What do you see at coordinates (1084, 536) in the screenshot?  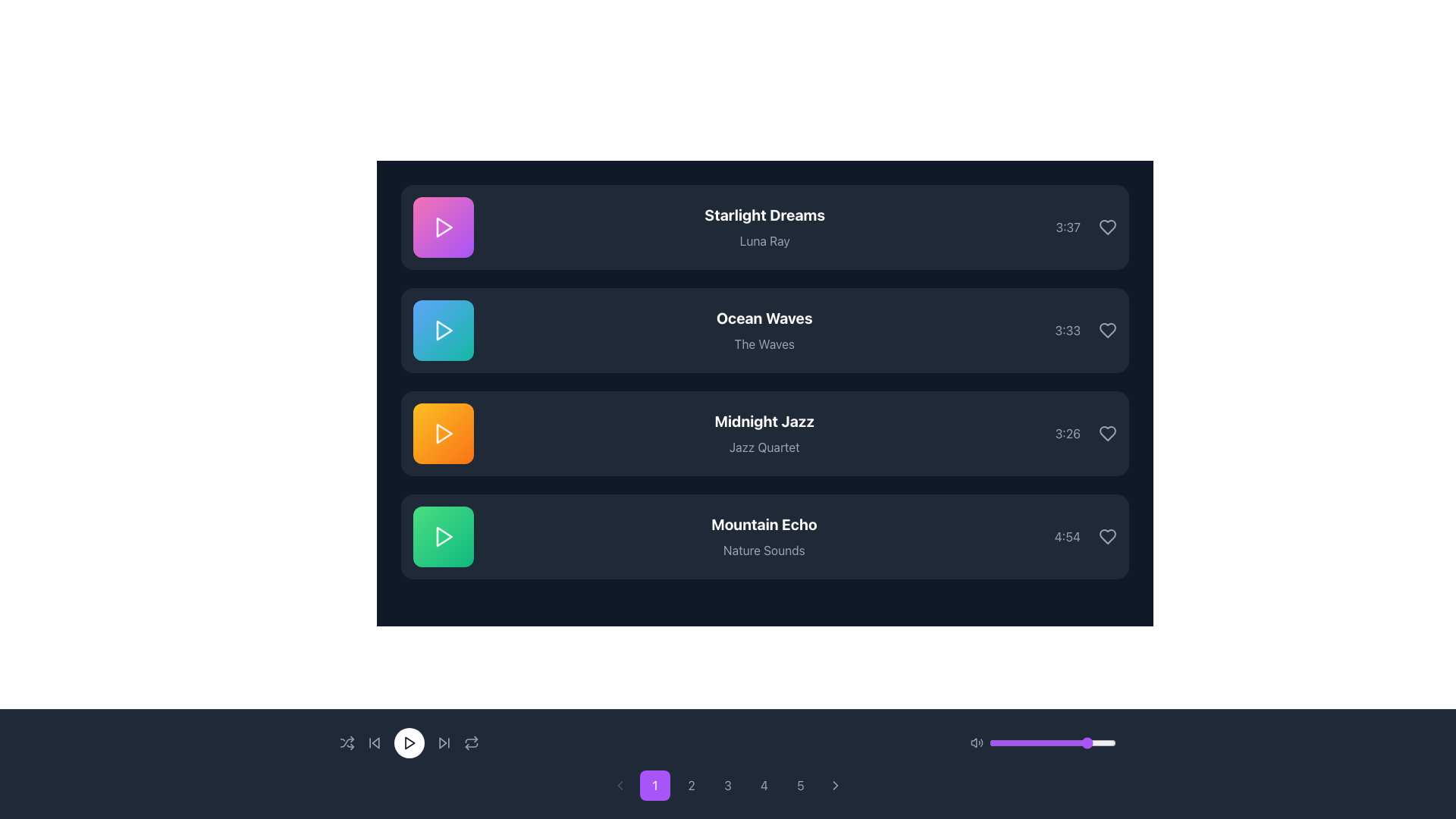 I see `keyboard navigation` at bounding box center [1084, 536].